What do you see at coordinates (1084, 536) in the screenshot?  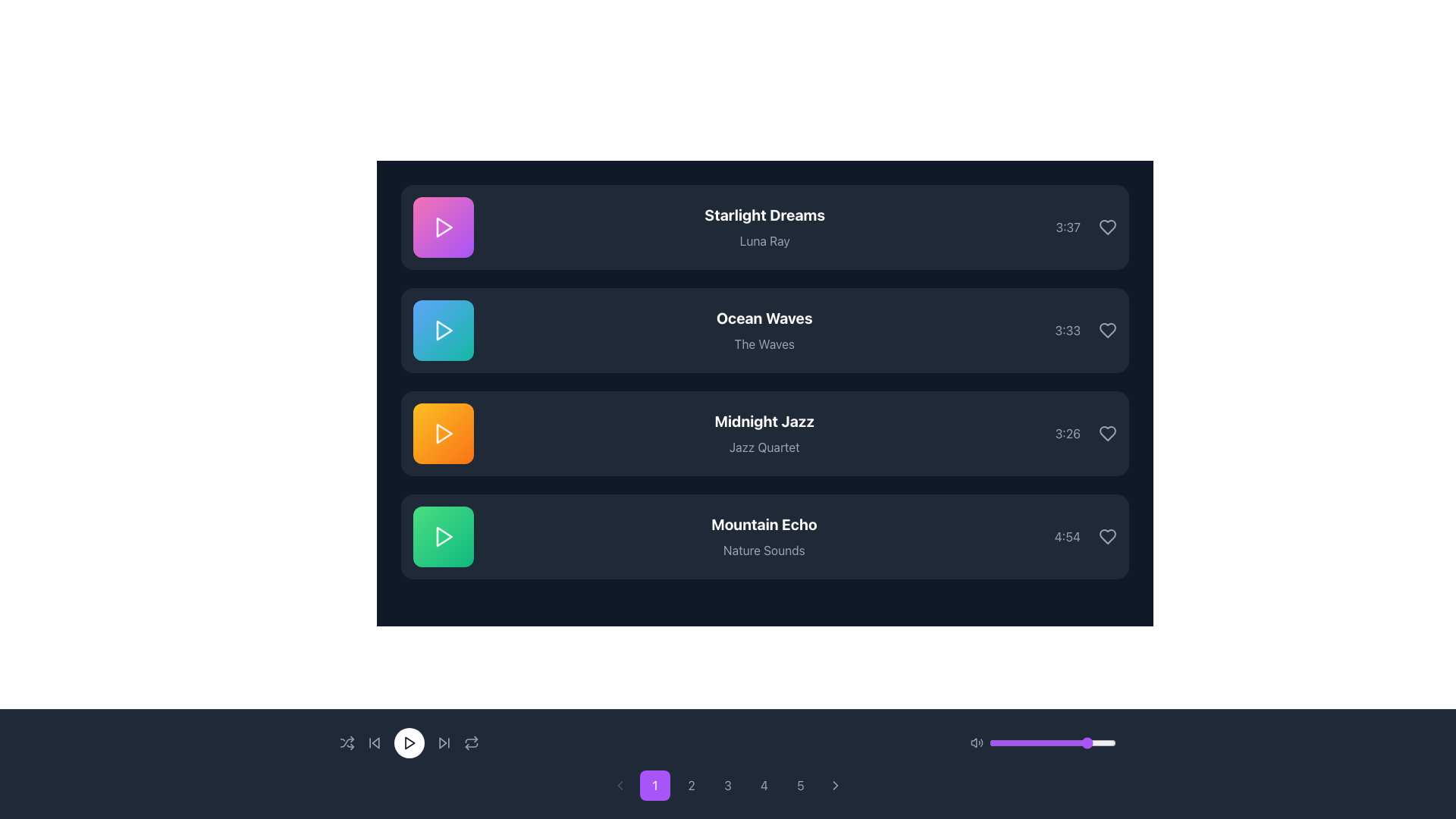 I see `keyboard navigation` at bounding box center [1084, 536].